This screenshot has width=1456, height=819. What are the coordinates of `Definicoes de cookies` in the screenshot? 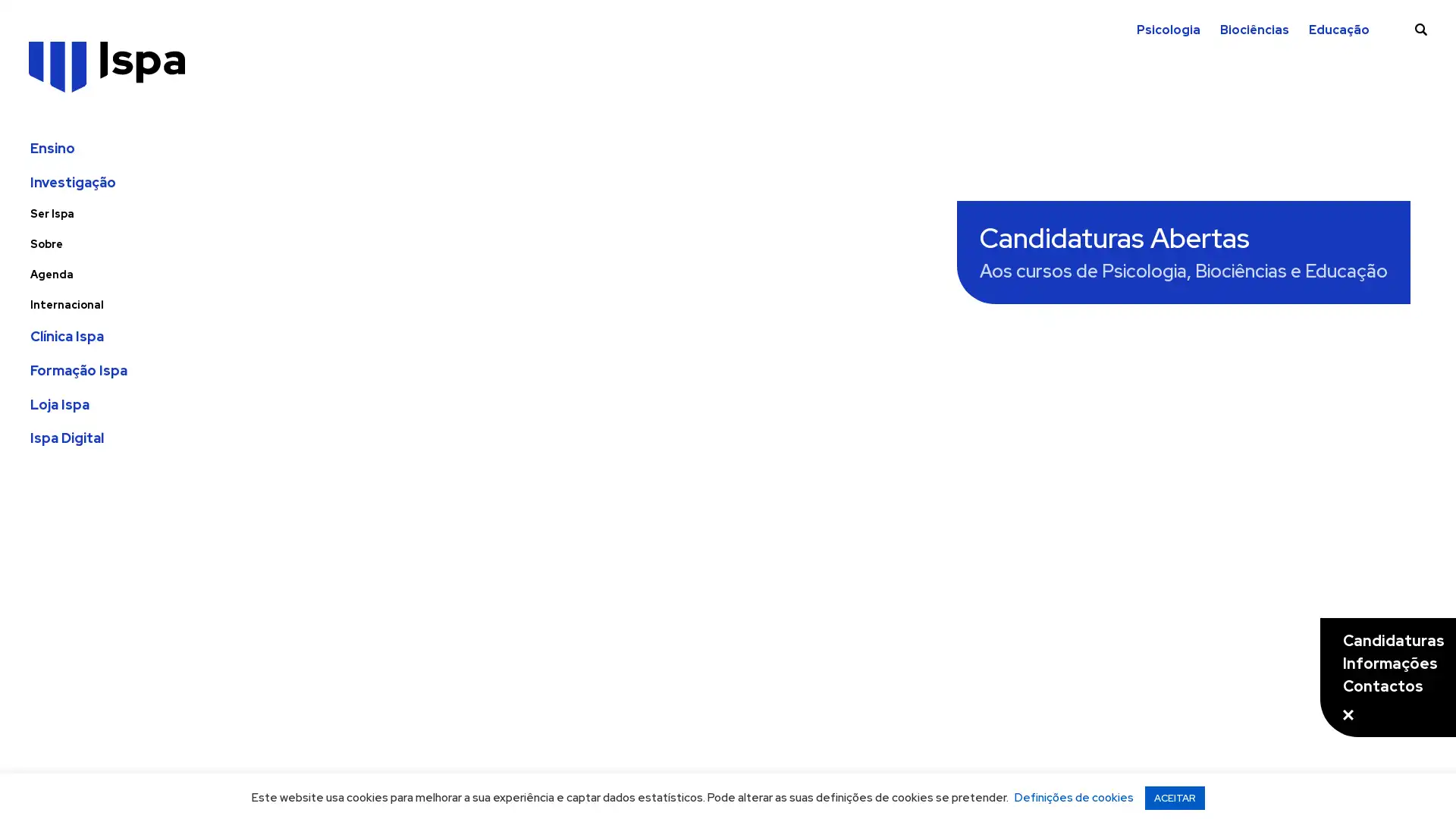 It's located at (1072, 797).